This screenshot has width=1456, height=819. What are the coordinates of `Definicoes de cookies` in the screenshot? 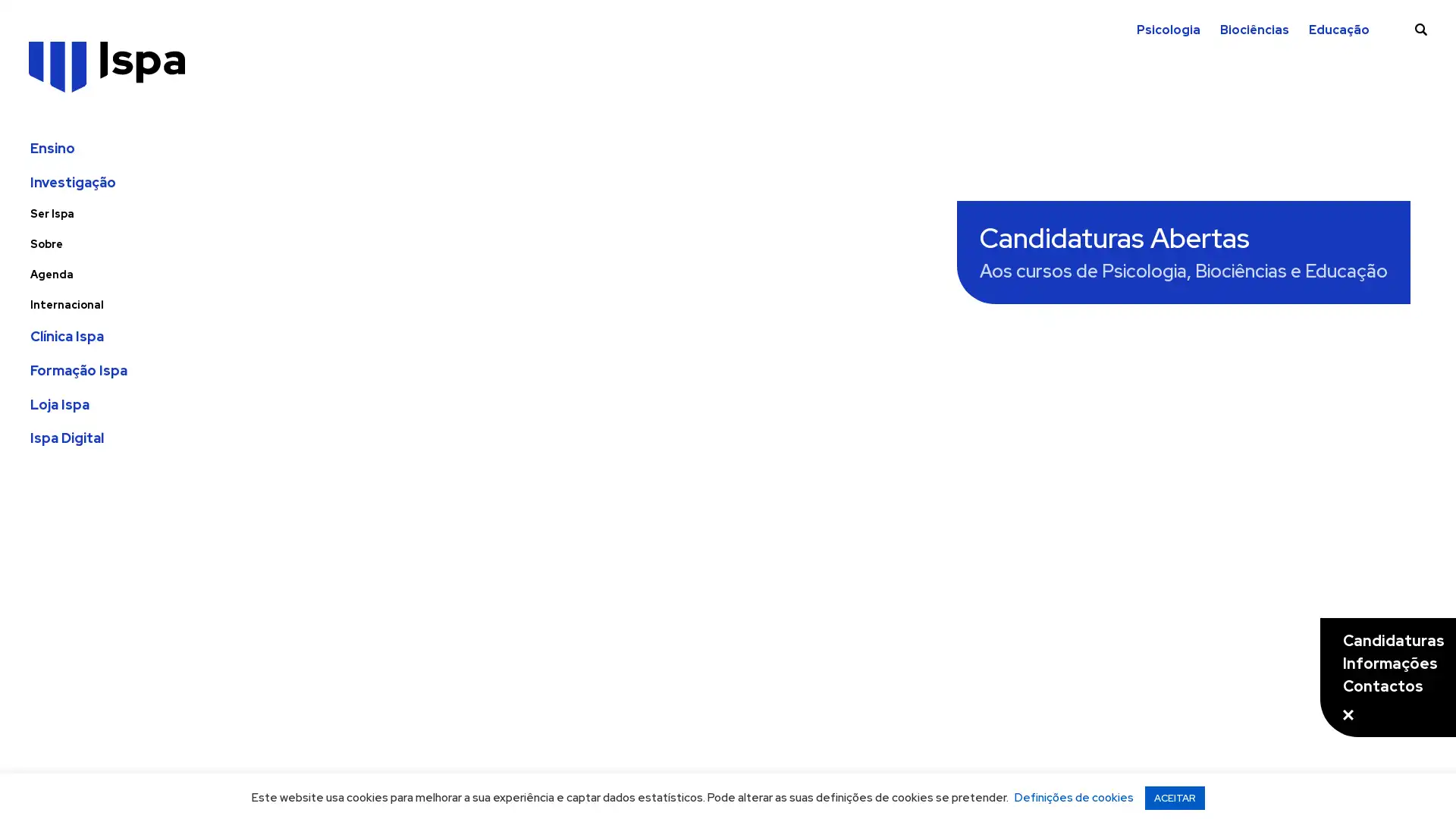 It's located at (1072, 797).